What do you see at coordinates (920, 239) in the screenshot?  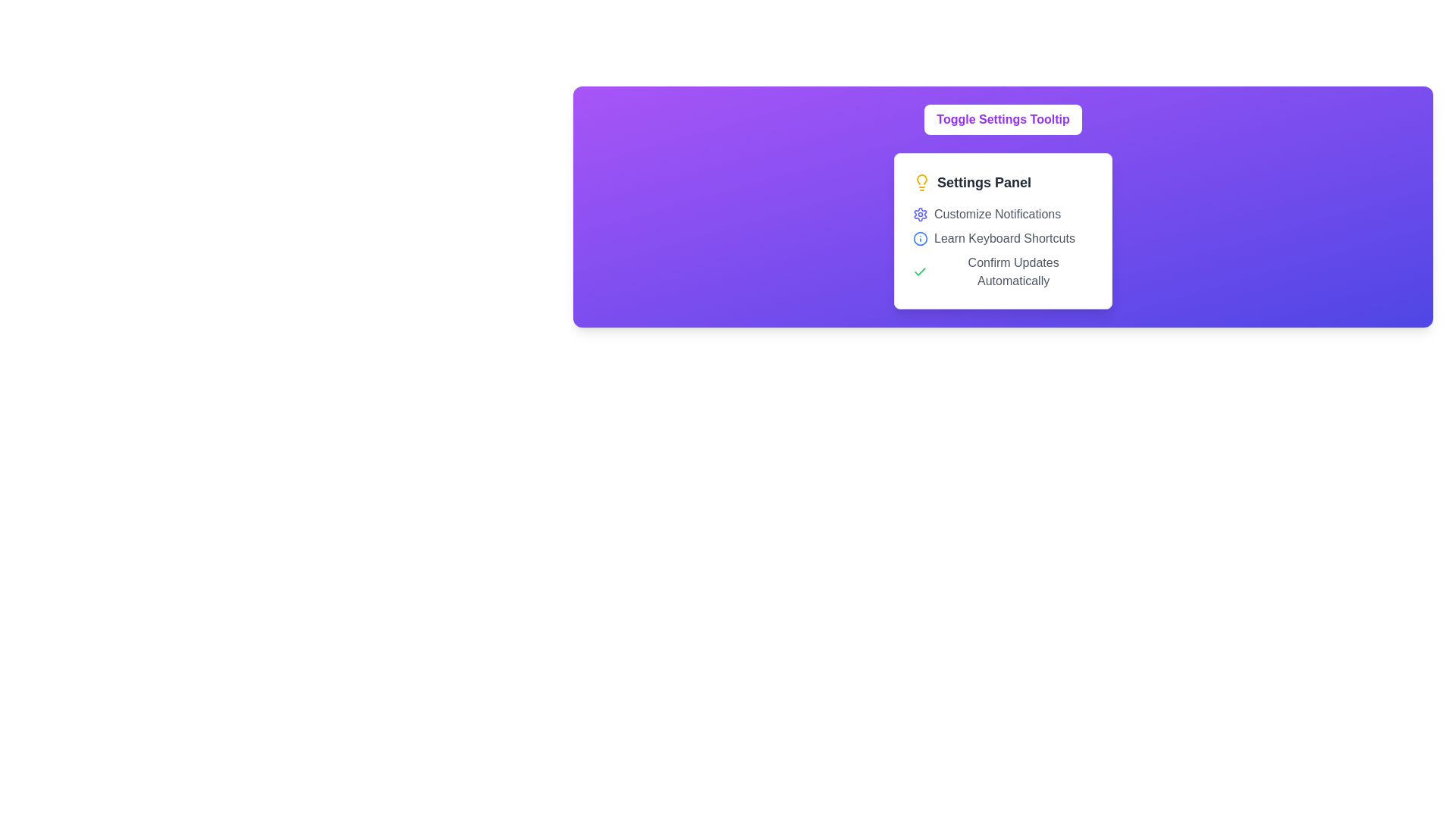 I see `central circular decorative graphic element of the 'info' icon located to the left of the 'Settings Panel' heading` at bounding box center [920, 239].